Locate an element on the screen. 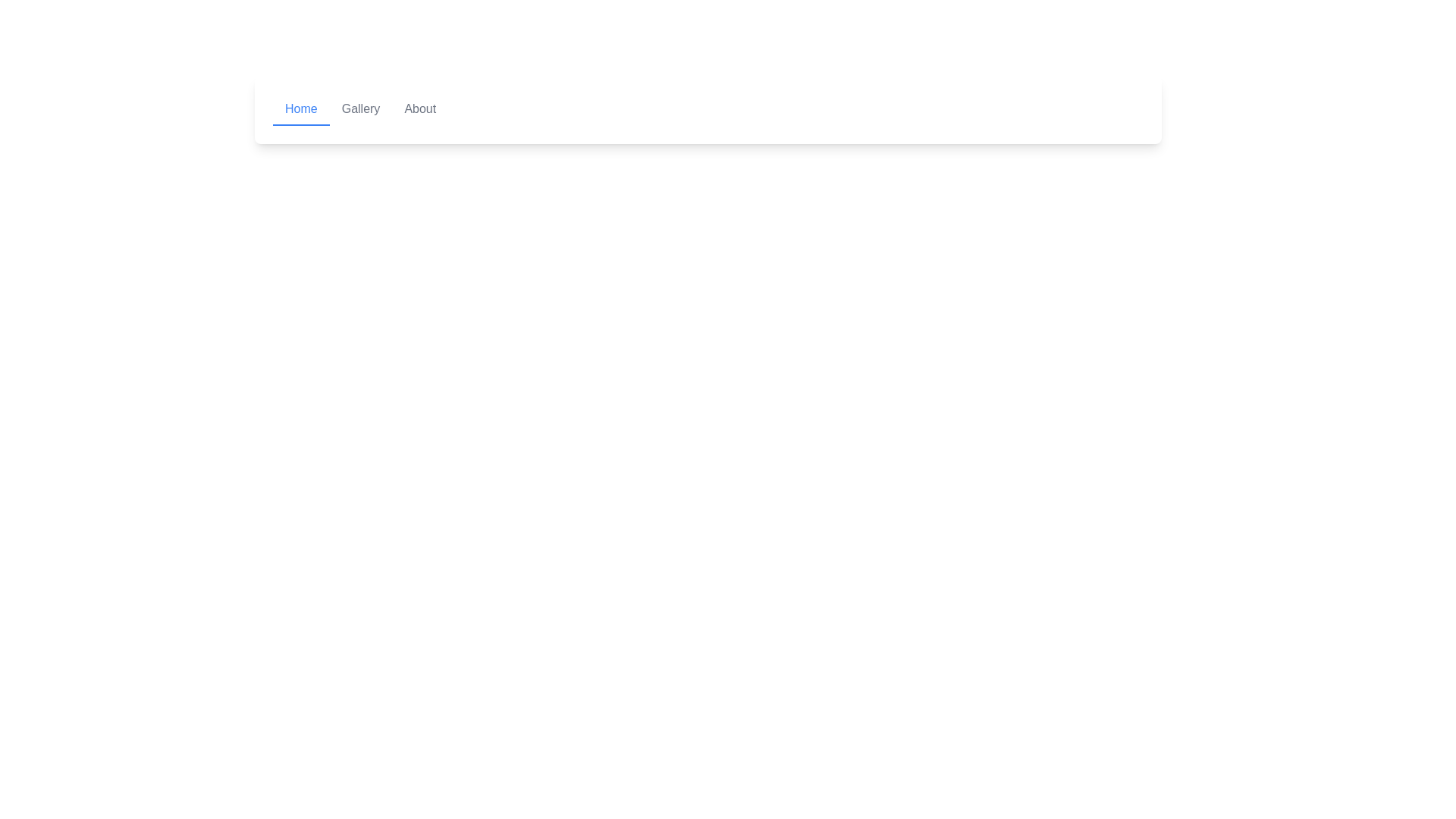 This screenshot has width=1456, height=819. the 'Gallery' text link in the navigation bar is located at coordinates (359, 109).